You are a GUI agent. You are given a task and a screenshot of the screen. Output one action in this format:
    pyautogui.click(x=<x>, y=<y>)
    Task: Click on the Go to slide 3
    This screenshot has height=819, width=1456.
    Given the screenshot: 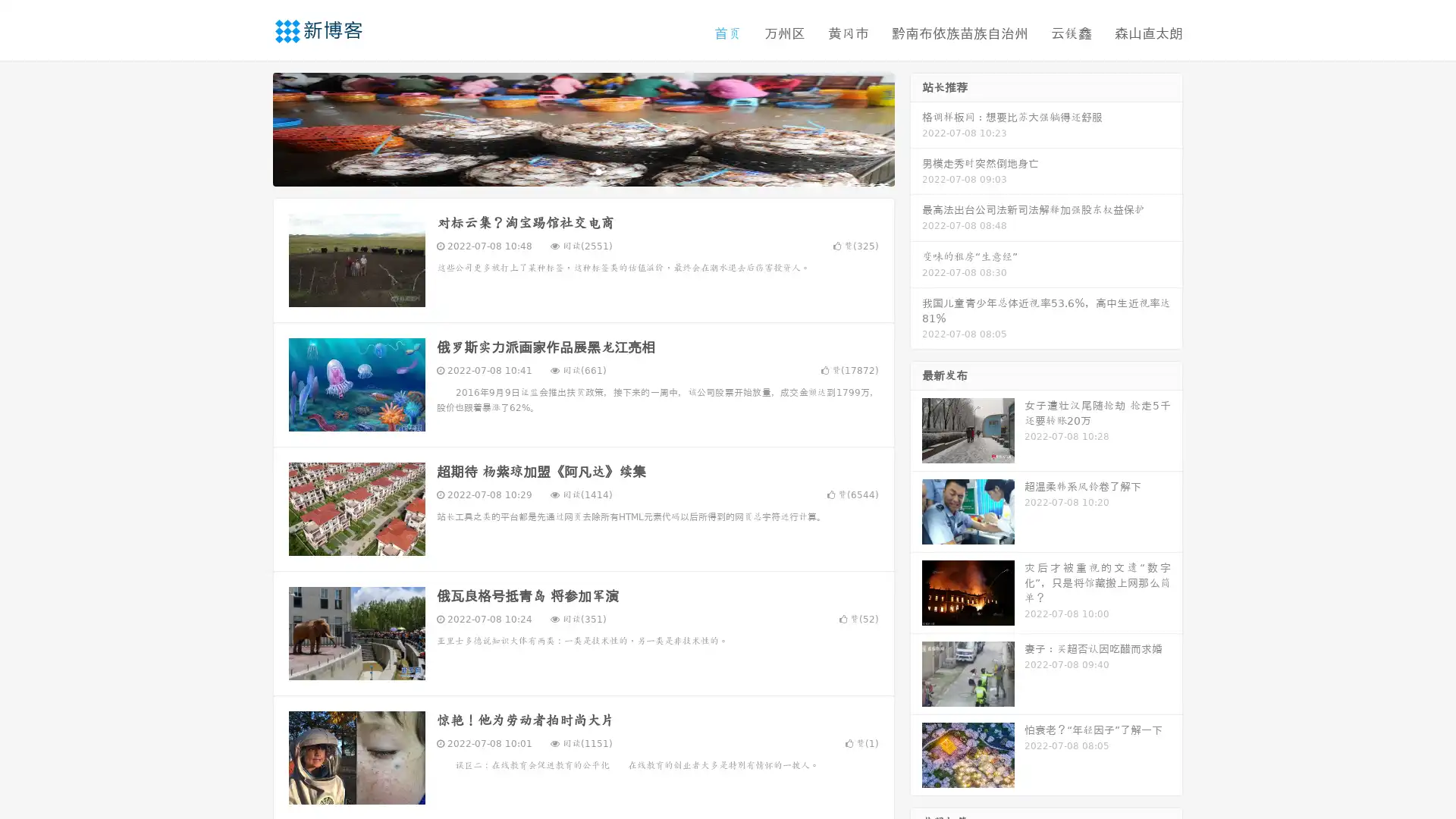 What is the action you would take?
    pyautogui.click(x=598, y=171)
    